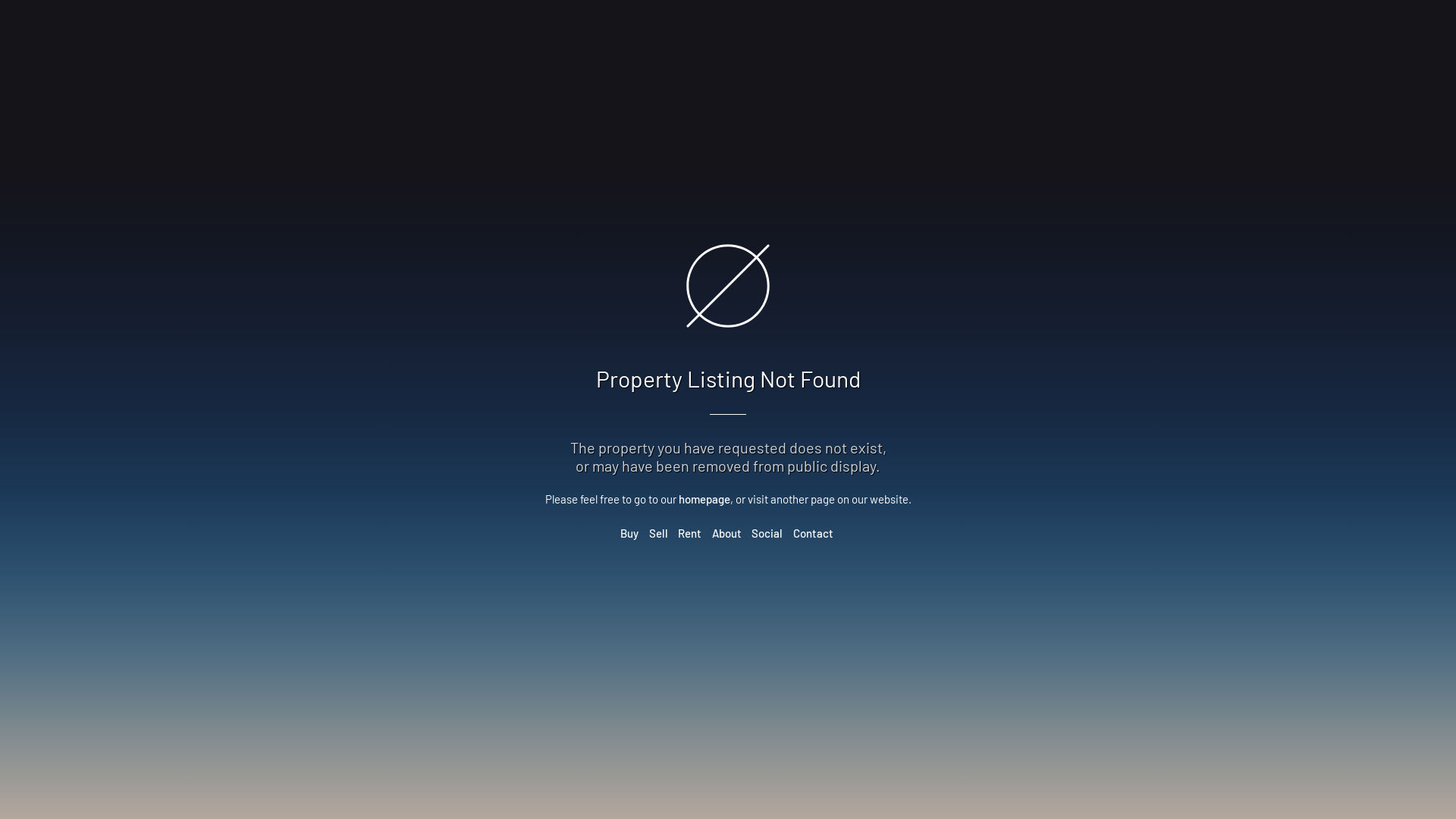 This screenshot has height=819, width=1456. I want to click on 'About', so click(726, 532).